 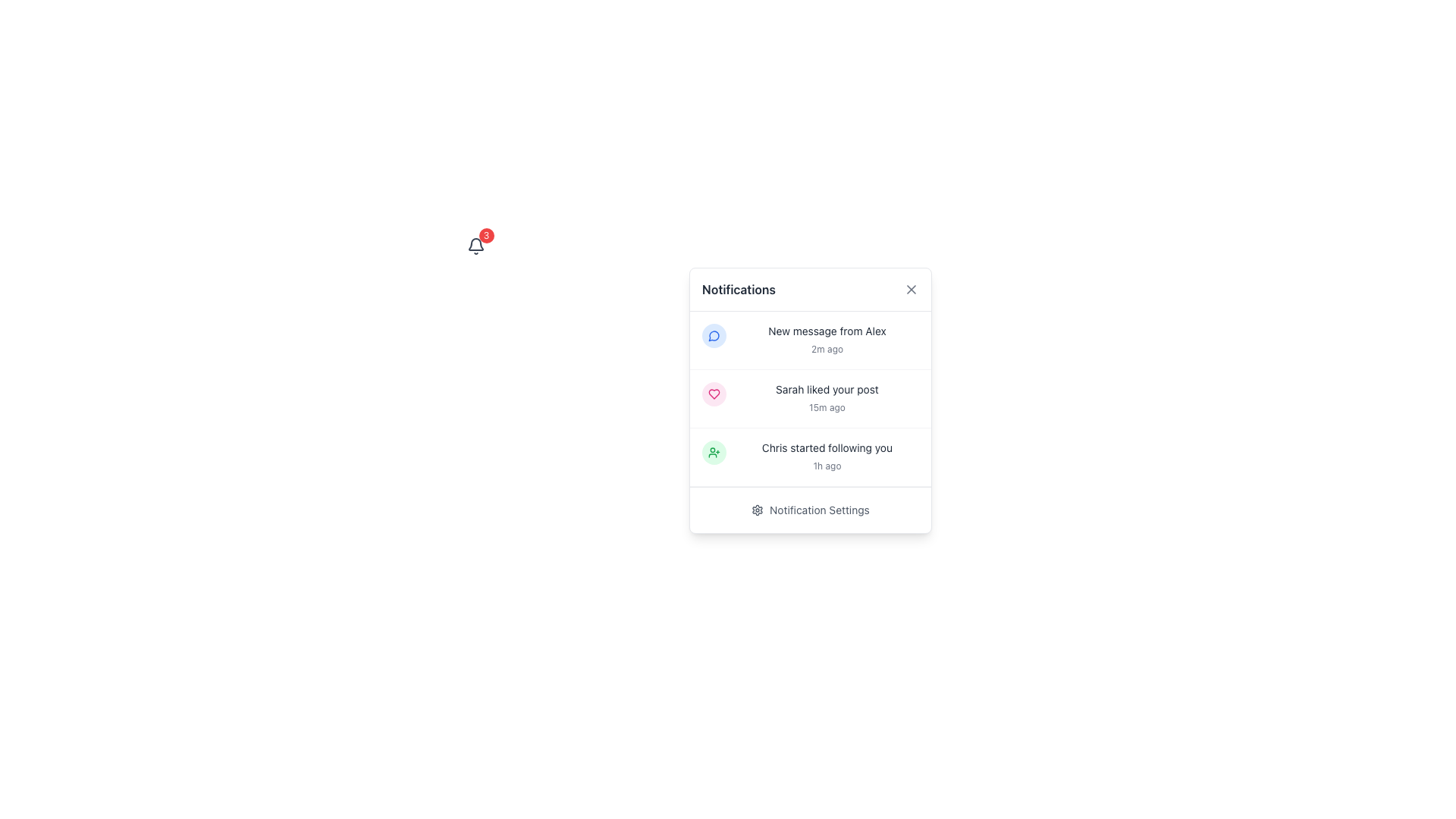 I want to click on the notification header text label indicating a new message from 'Alex', which is positioned at the top of the notification list, so click(x=826, y=330).